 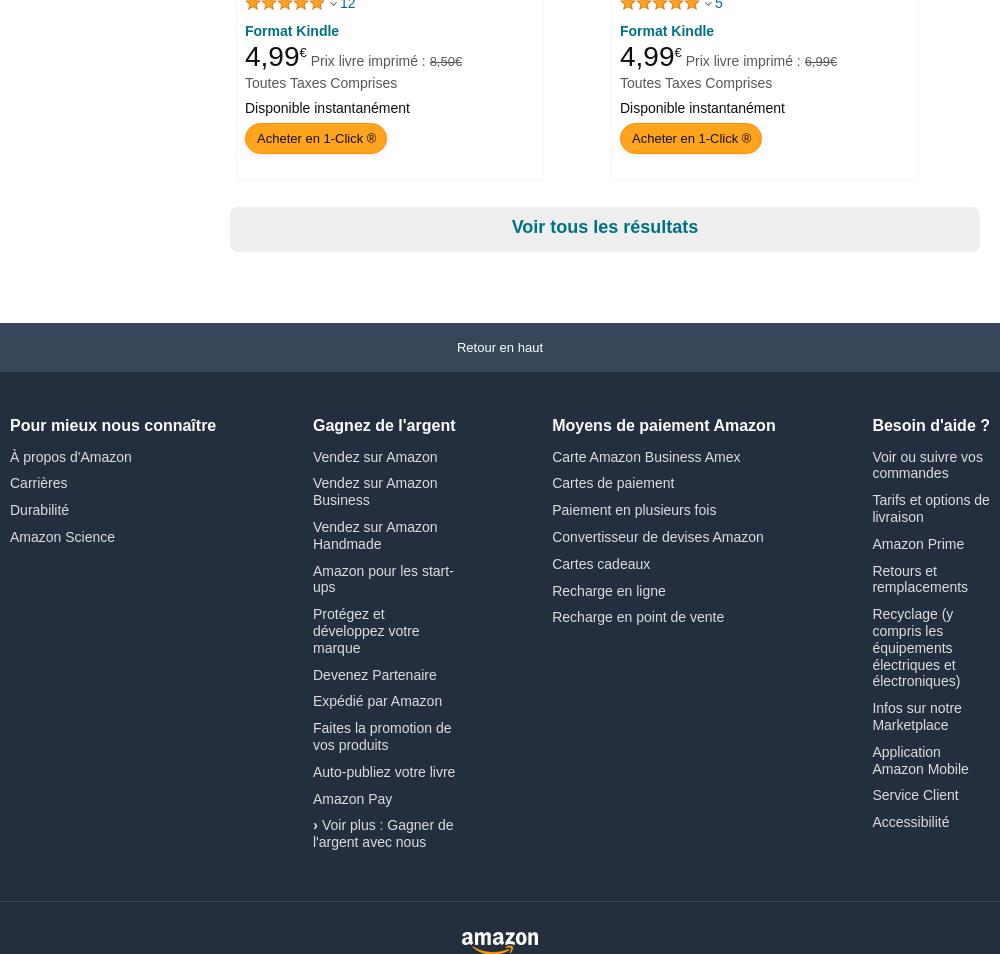 What do you see at coordinates (10, 534) in the screenshot?
I see `'Amazon Science'` at bounding box center [10, 534].